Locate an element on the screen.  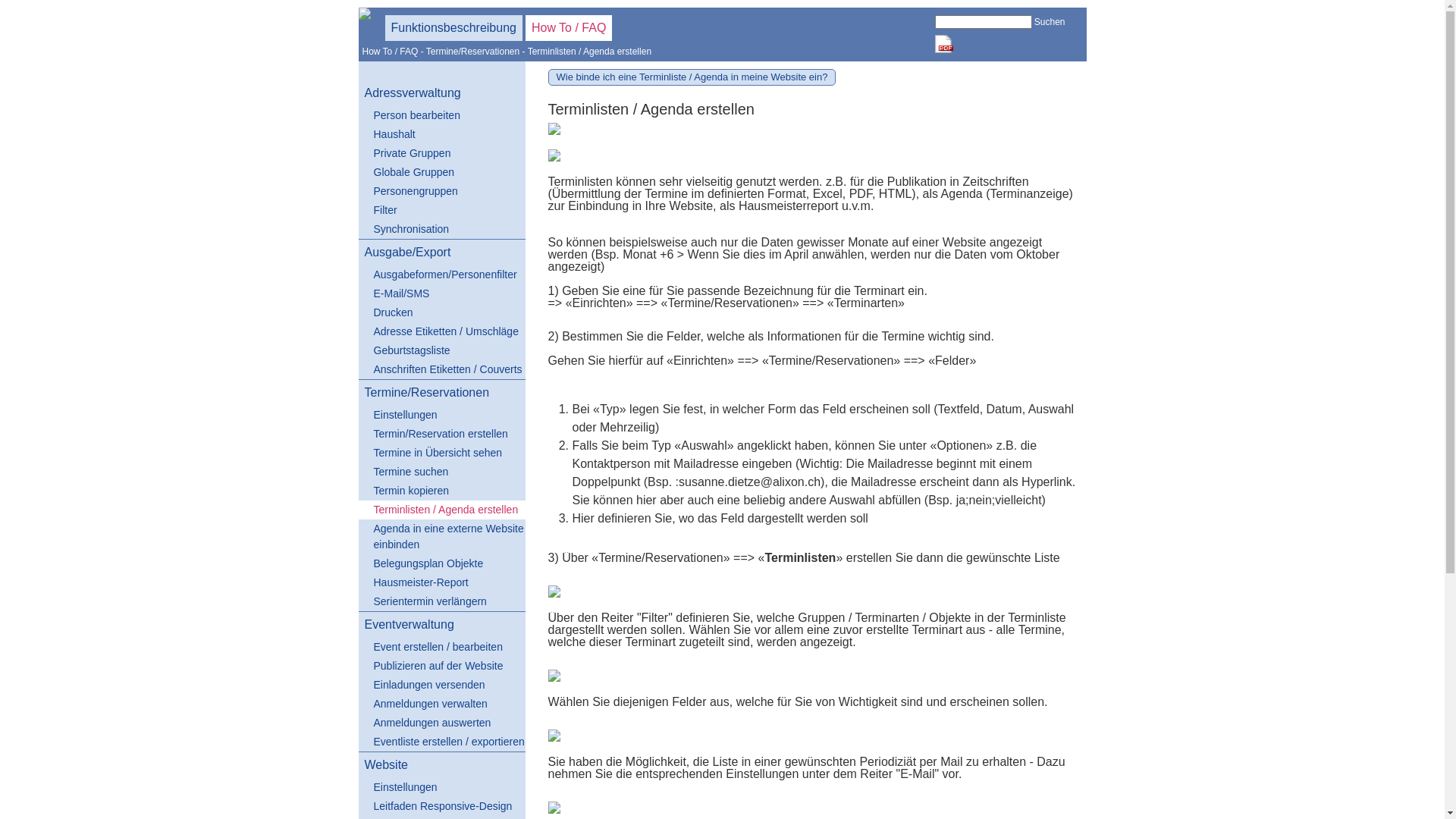
'Filter' is located at coordinates (440, 210).